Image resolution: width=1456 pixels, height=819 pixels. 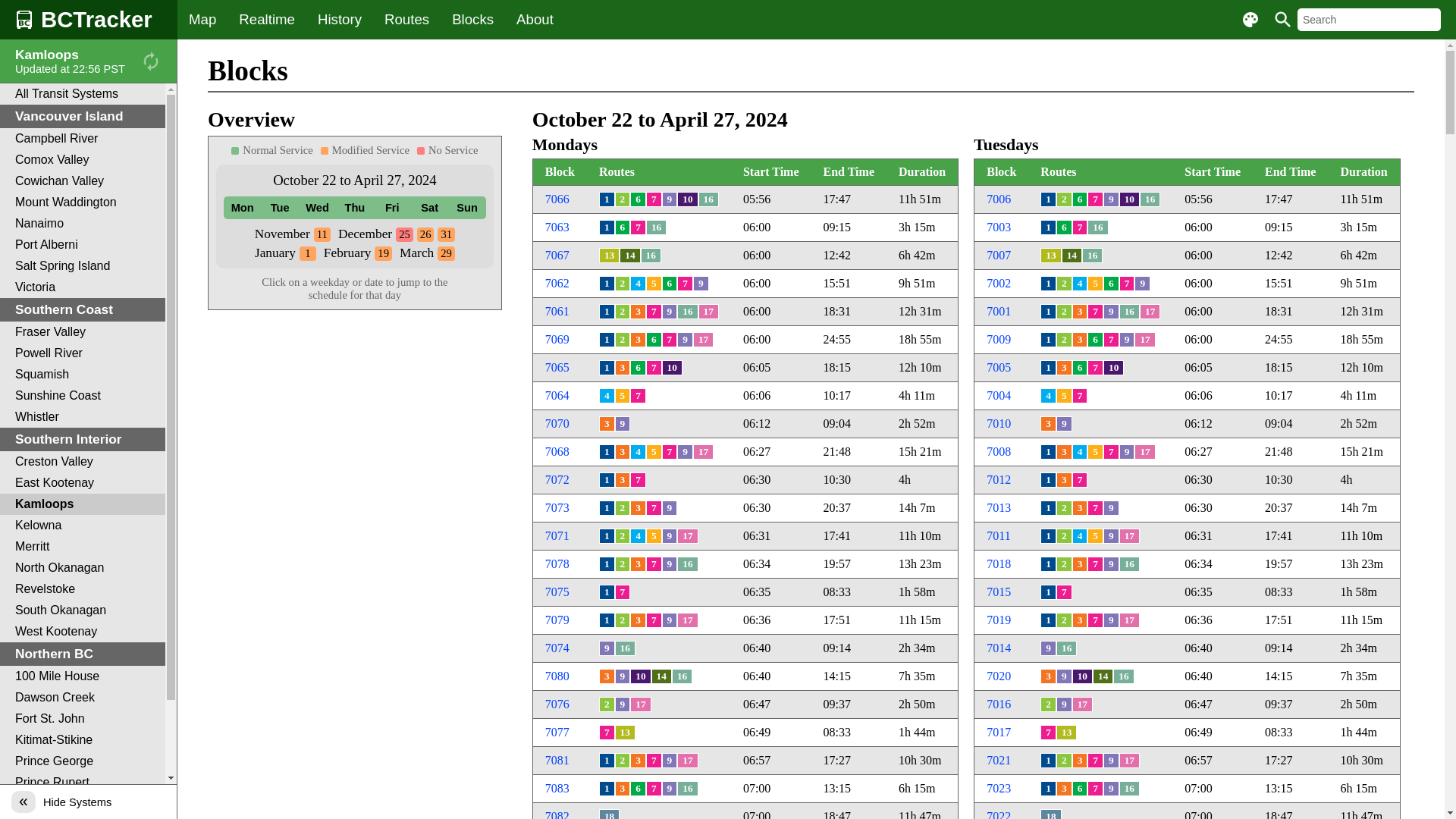 I want to click on 'Tue', so click(x=279, y=207).